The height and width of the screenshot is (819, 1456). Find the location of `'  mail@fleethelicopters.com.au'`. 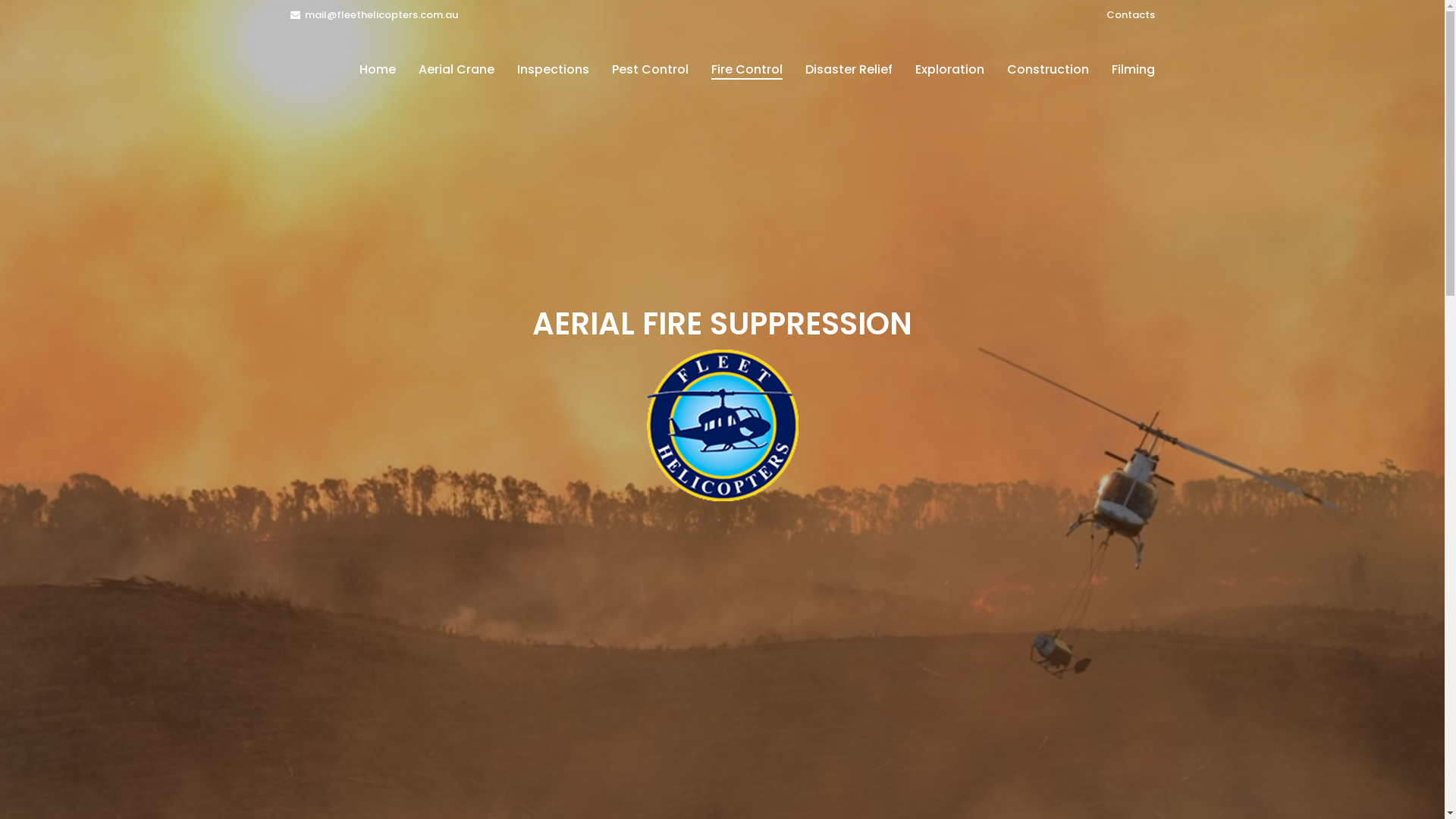

'  mail@fleethelicopters.com.au' is located at coordinates (373, 14).